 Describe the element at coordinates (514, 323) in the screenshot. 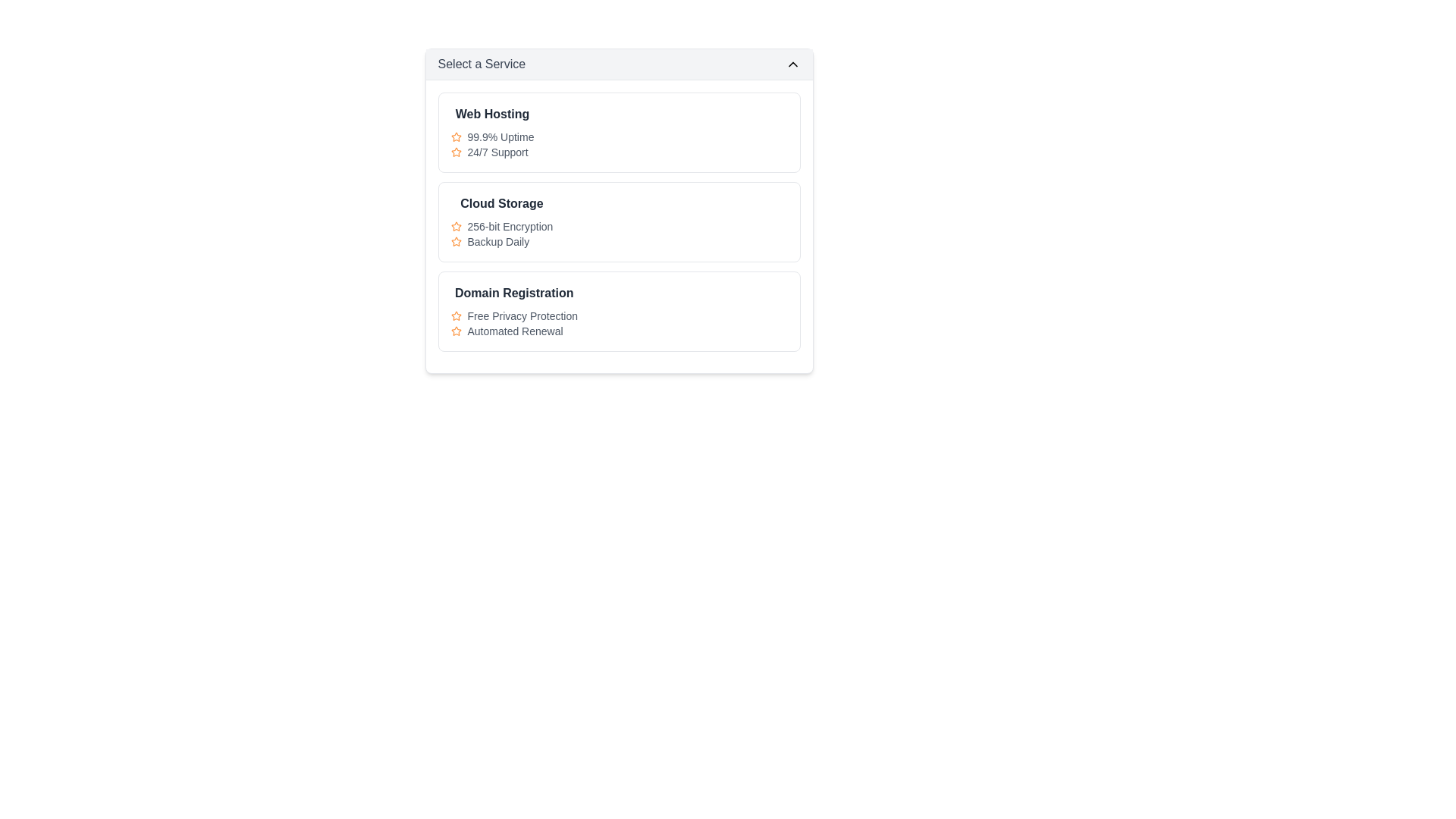

I see `text block with inline icons labeled 'Free Privacy Protection' and 'Automated Renewal' located under the 'Domain Registration' section to understand the features` at that location.